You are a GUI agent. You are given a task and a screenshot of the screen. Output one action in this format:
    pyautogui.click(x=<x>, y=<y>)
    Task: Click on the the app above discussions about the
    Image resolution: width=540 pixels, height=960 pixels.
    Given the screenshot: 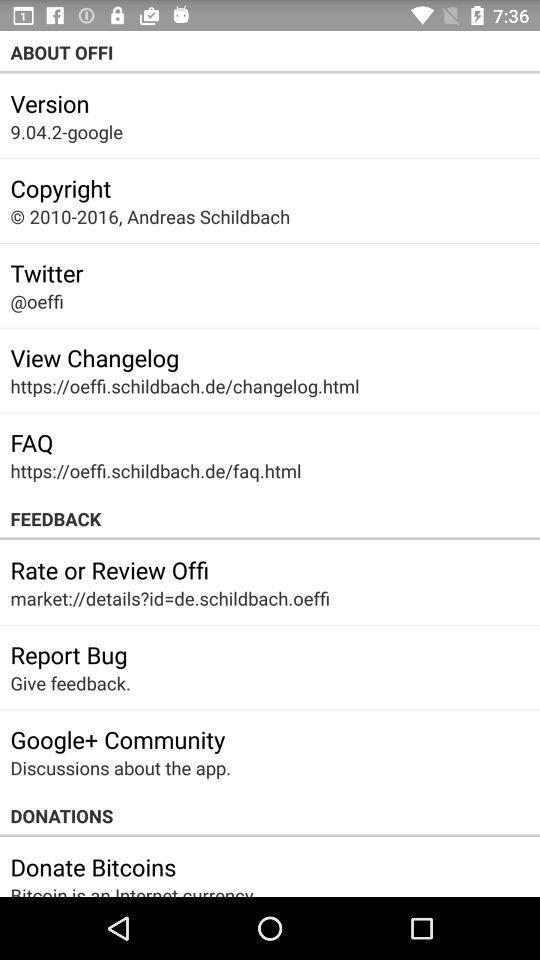 What is the action you would take?
    pyautogui.click(x=117, y=738)
    